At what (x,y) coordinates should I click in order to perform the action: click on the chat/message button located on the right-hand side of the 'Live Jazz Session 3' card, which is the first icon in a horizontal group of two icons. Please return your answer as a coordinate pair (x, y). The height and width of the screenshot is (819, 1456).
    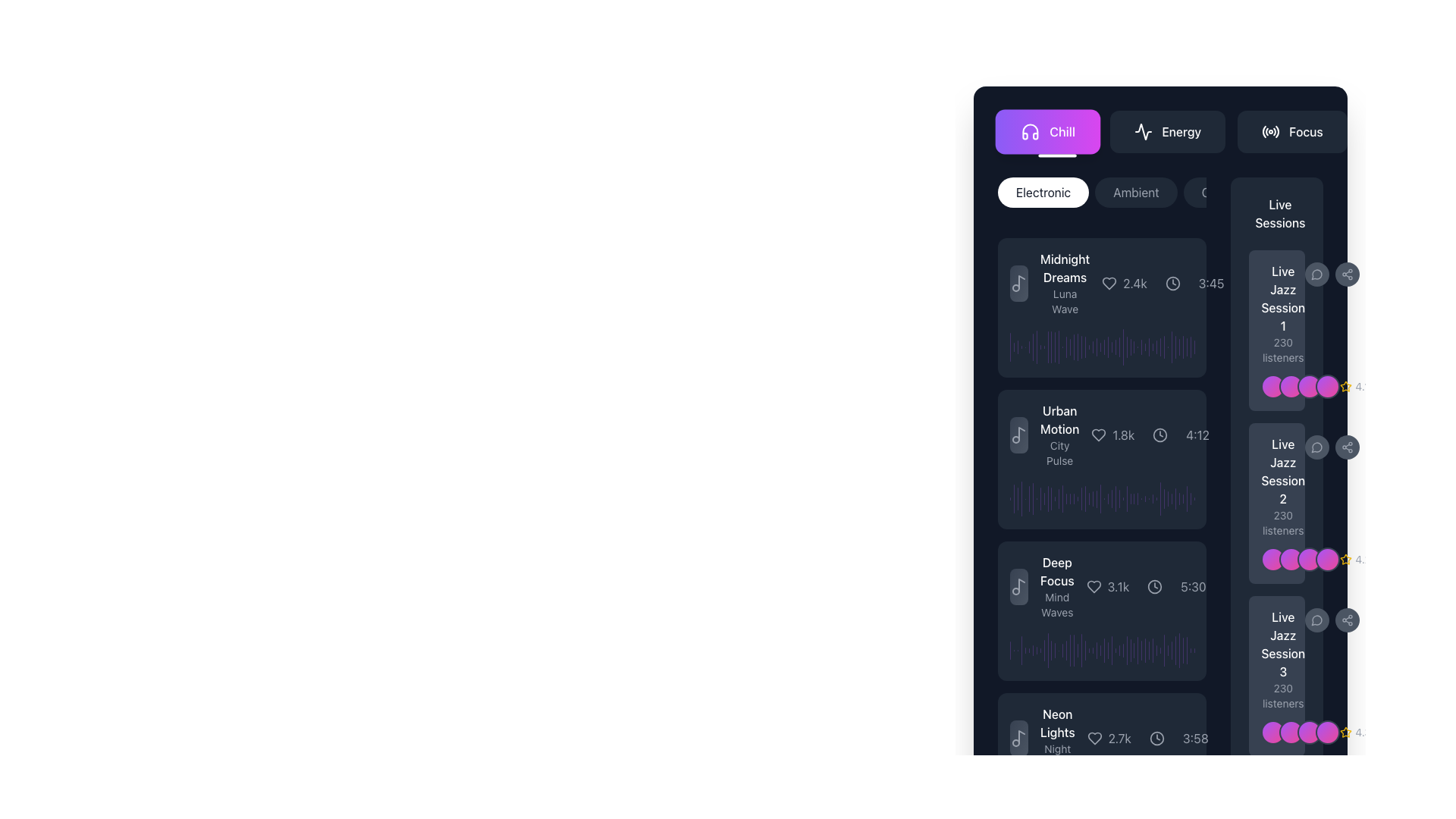
    Looking at the image, I should click on (1316, 620).